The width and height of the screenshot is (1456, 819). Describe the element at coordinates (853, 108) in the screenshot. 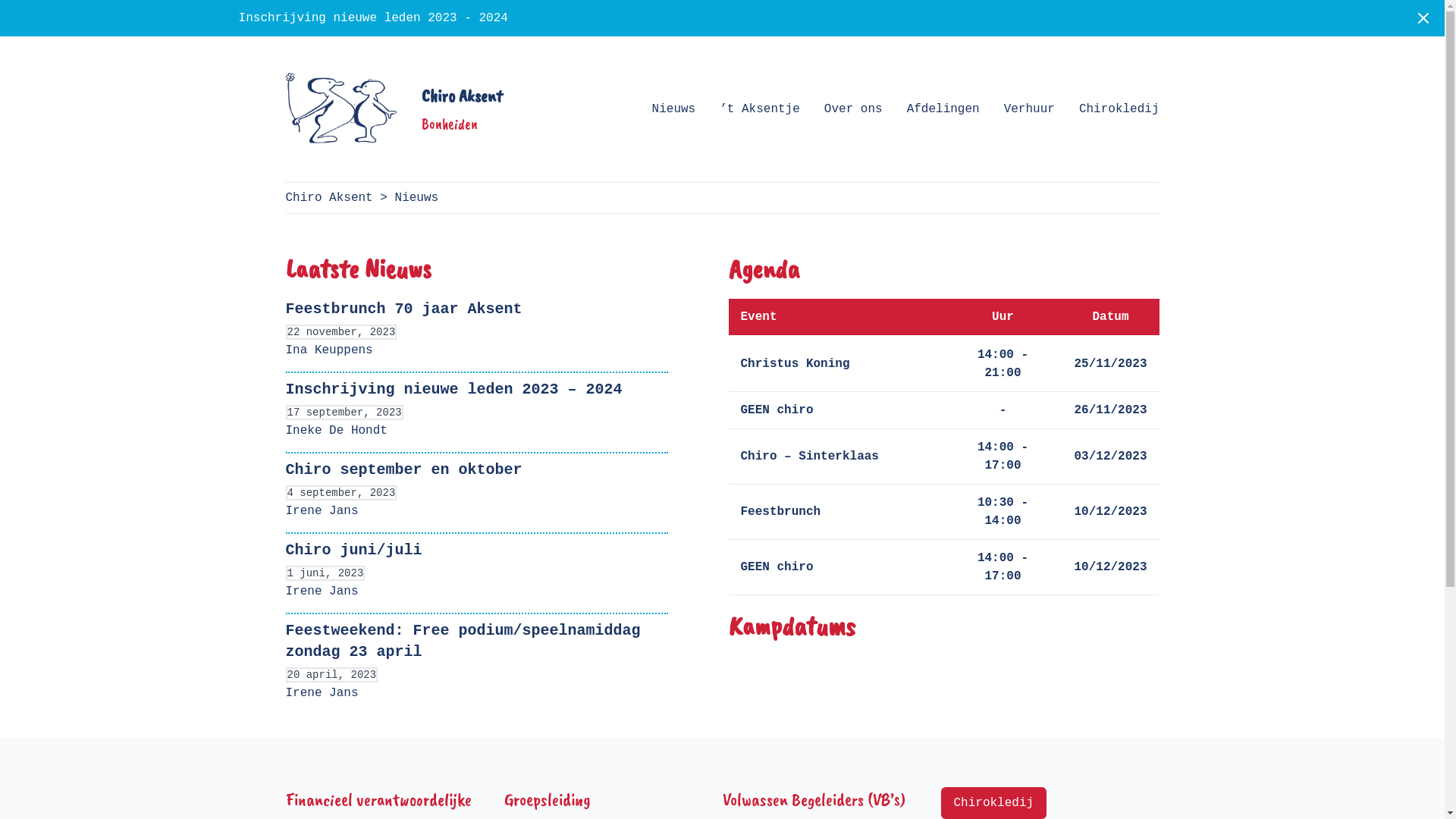

I see `'Over ons'` at that location.